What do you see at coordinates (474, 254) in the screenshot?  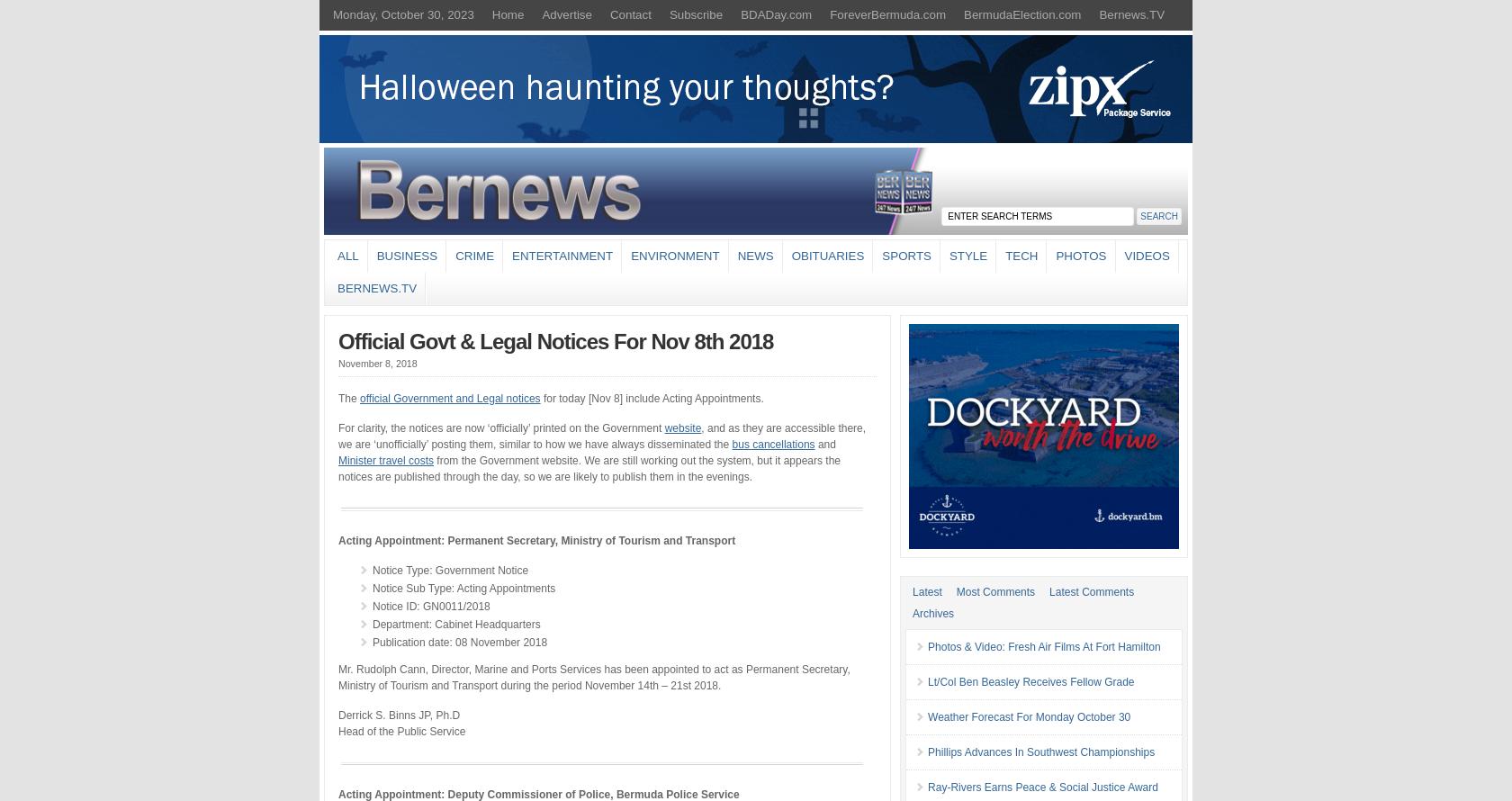 I see `'Crime'` at bounding box center [474, 254].